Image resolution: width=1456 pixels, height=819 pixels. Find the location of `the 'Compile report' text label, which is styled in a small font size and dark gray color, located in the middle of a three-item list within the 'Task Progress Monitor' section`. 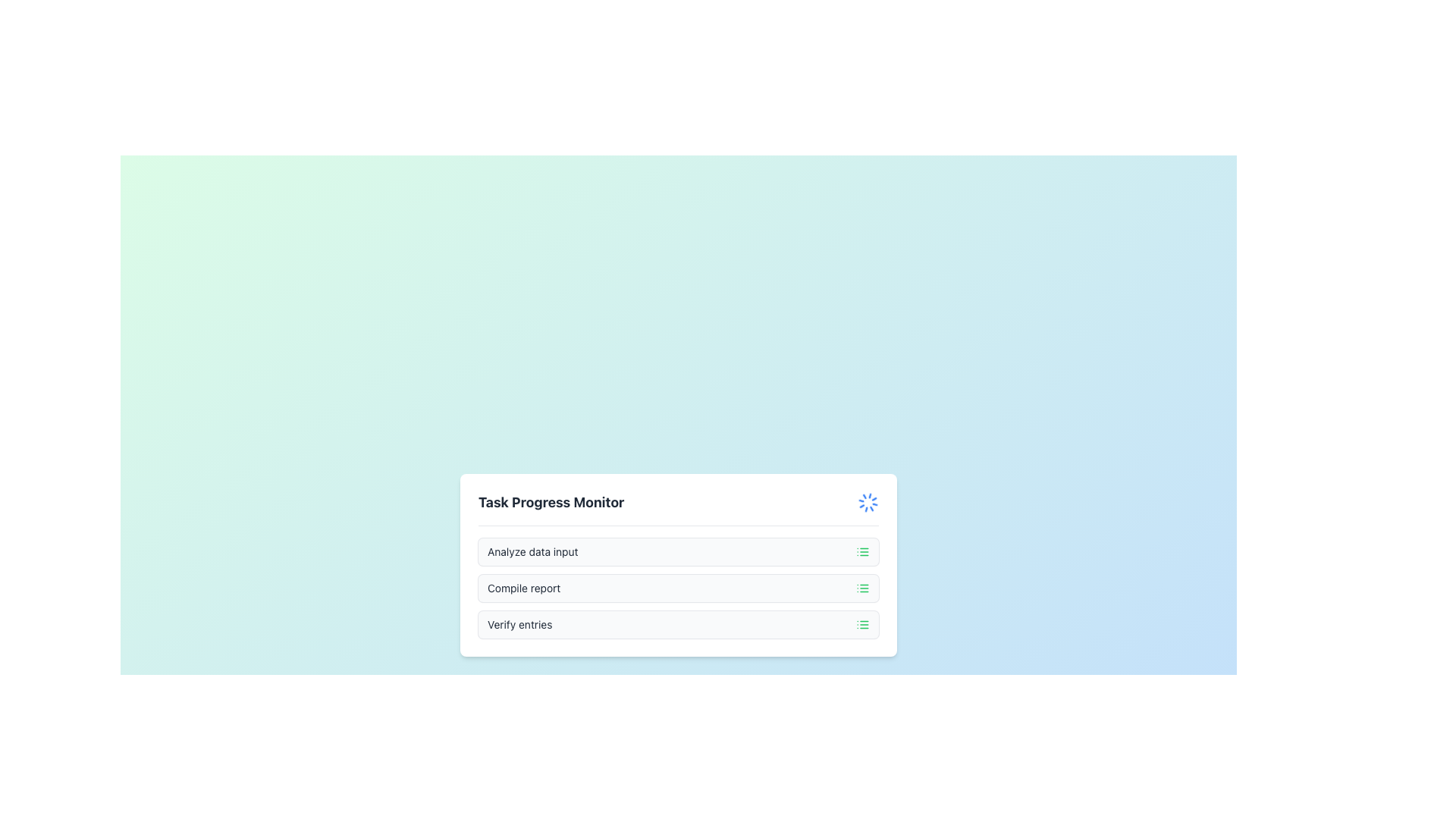

the 'Compile report' text label, which is styled in a small font size and dark gray color, located in the middle of a three-item list within the 'Task Progress Monitor' section is located at coordinates (524, 587).